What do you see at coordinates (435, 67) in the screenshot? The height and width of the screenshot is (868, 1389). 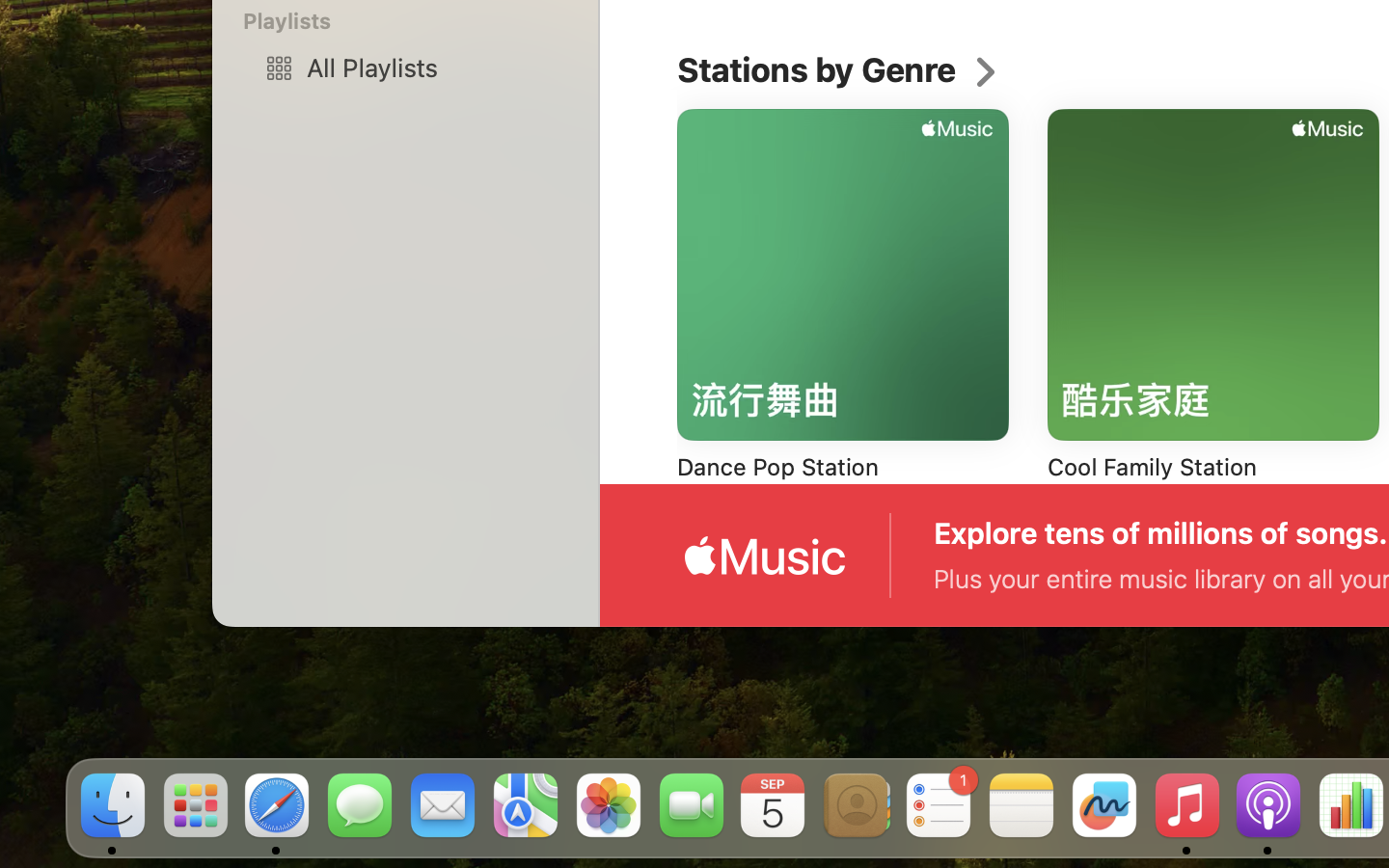 I see `'All Playlists'` at bounding box center [435, 67].